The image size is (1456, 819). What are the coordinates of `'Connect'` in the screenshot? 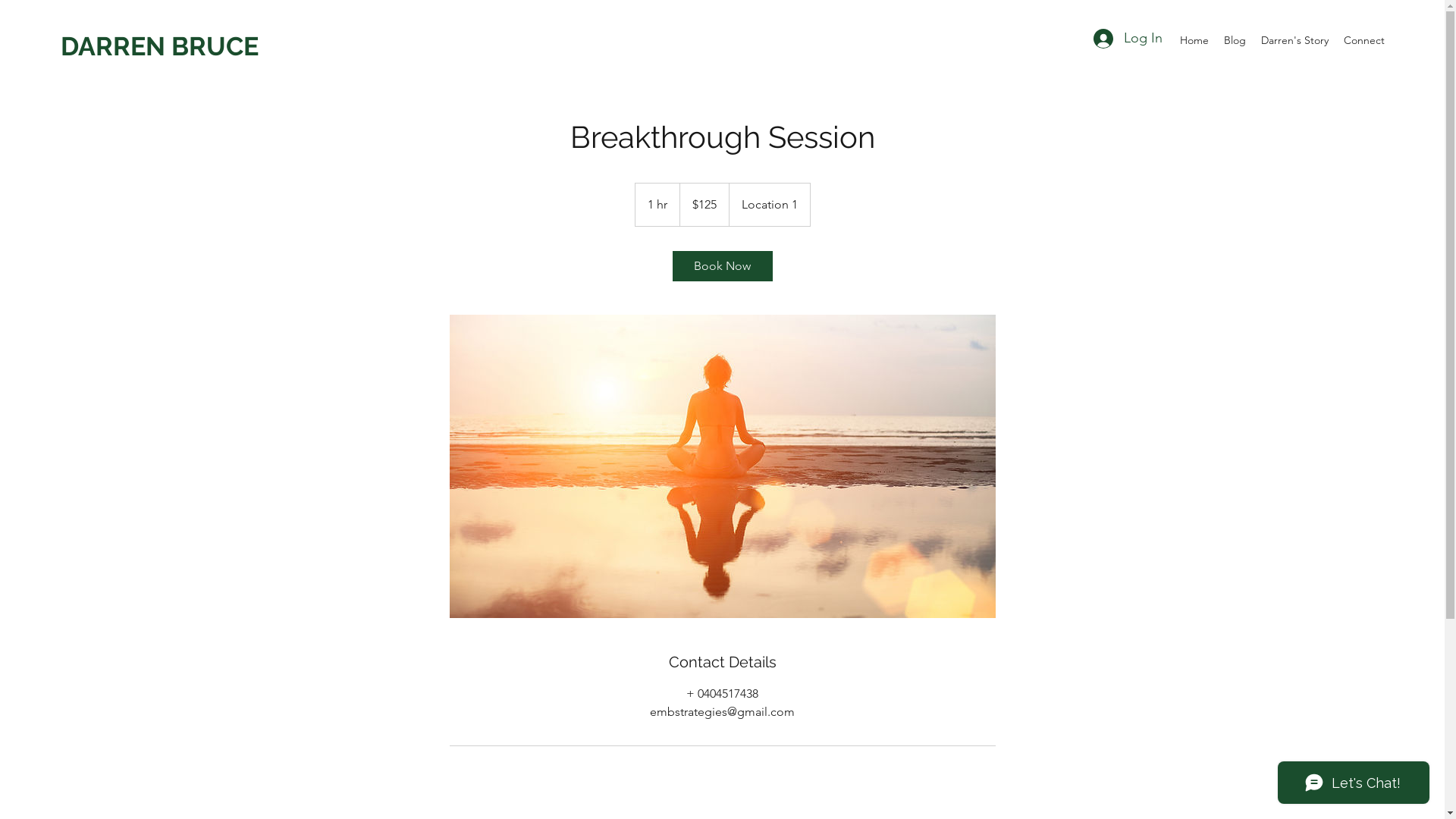 It's located at (1364, 39).